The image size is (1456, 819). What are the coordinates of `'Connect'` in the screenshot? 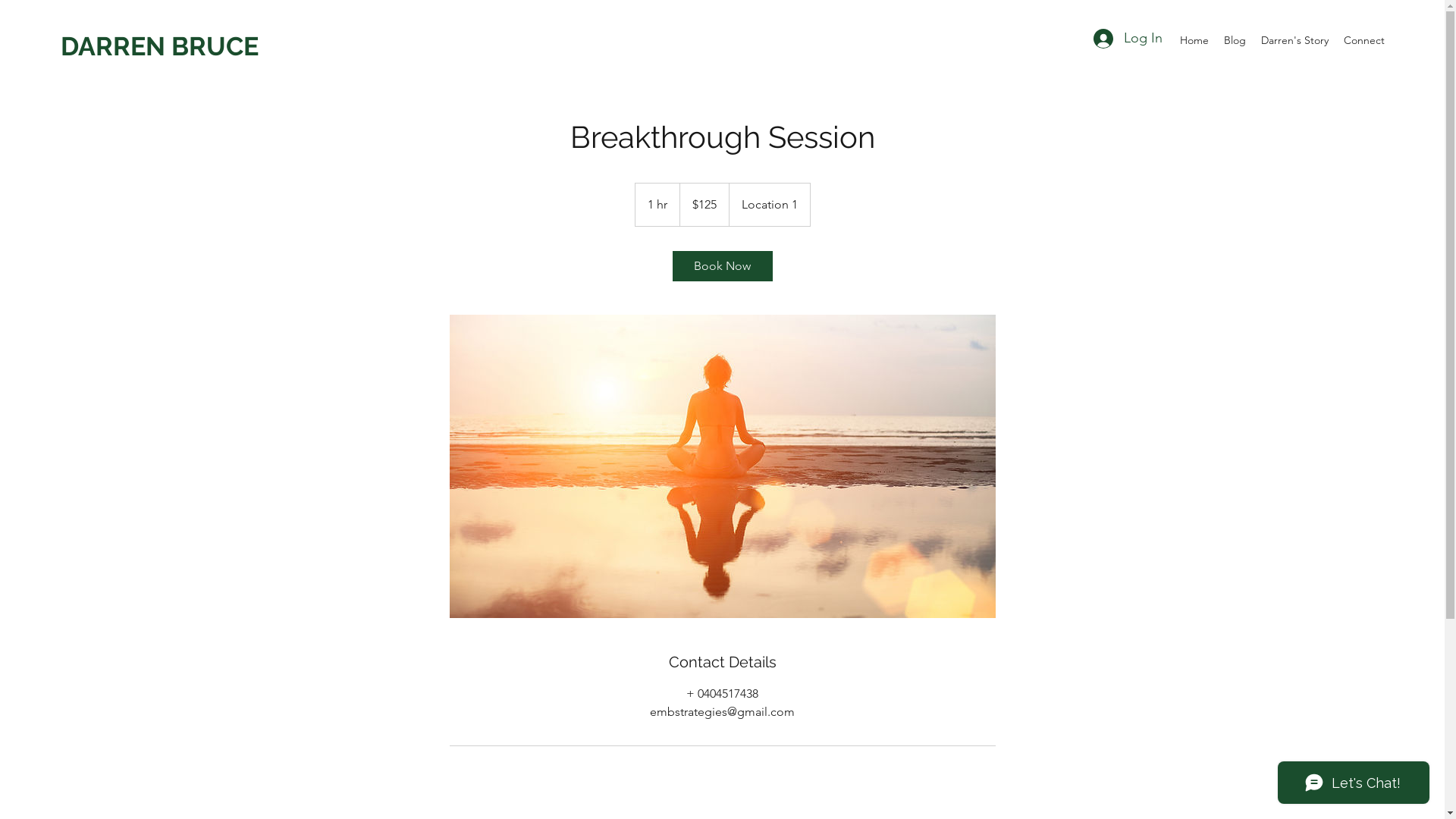 It's located at (1364, 39).